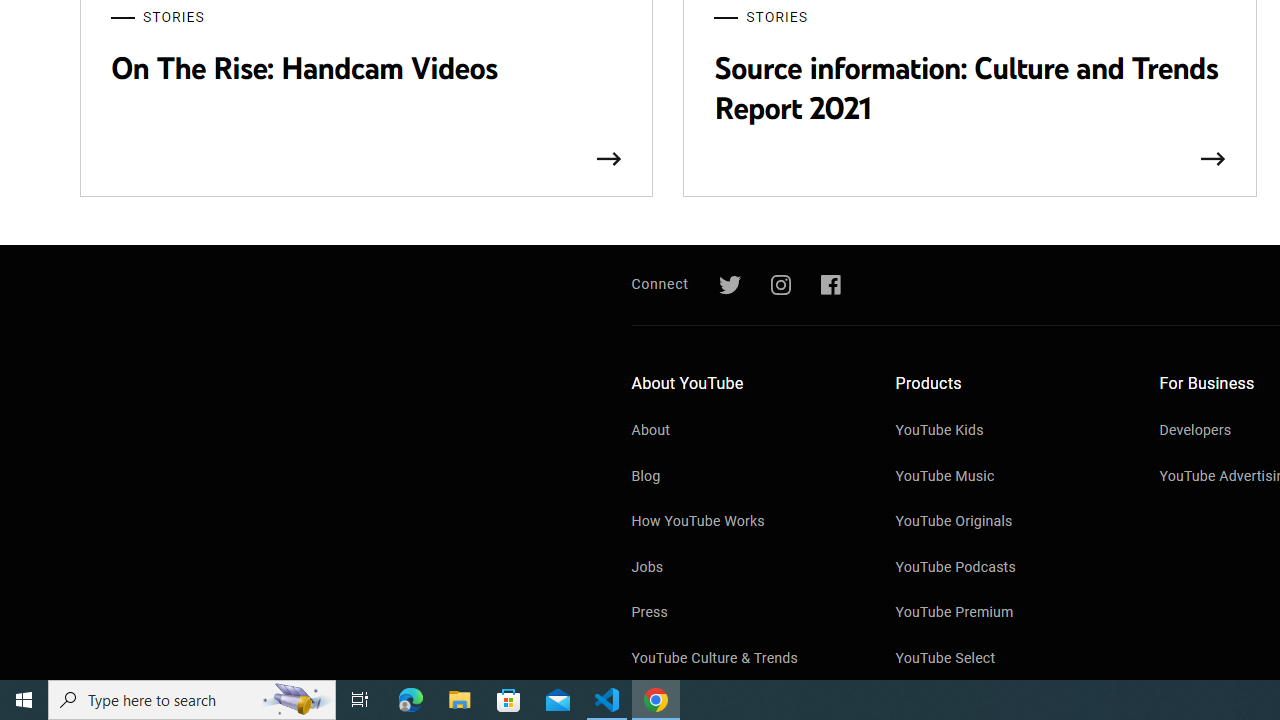 The width and height of the screenshot is (1280, 720). I want to click on 'YouTube Originals', so click(1007, 522).